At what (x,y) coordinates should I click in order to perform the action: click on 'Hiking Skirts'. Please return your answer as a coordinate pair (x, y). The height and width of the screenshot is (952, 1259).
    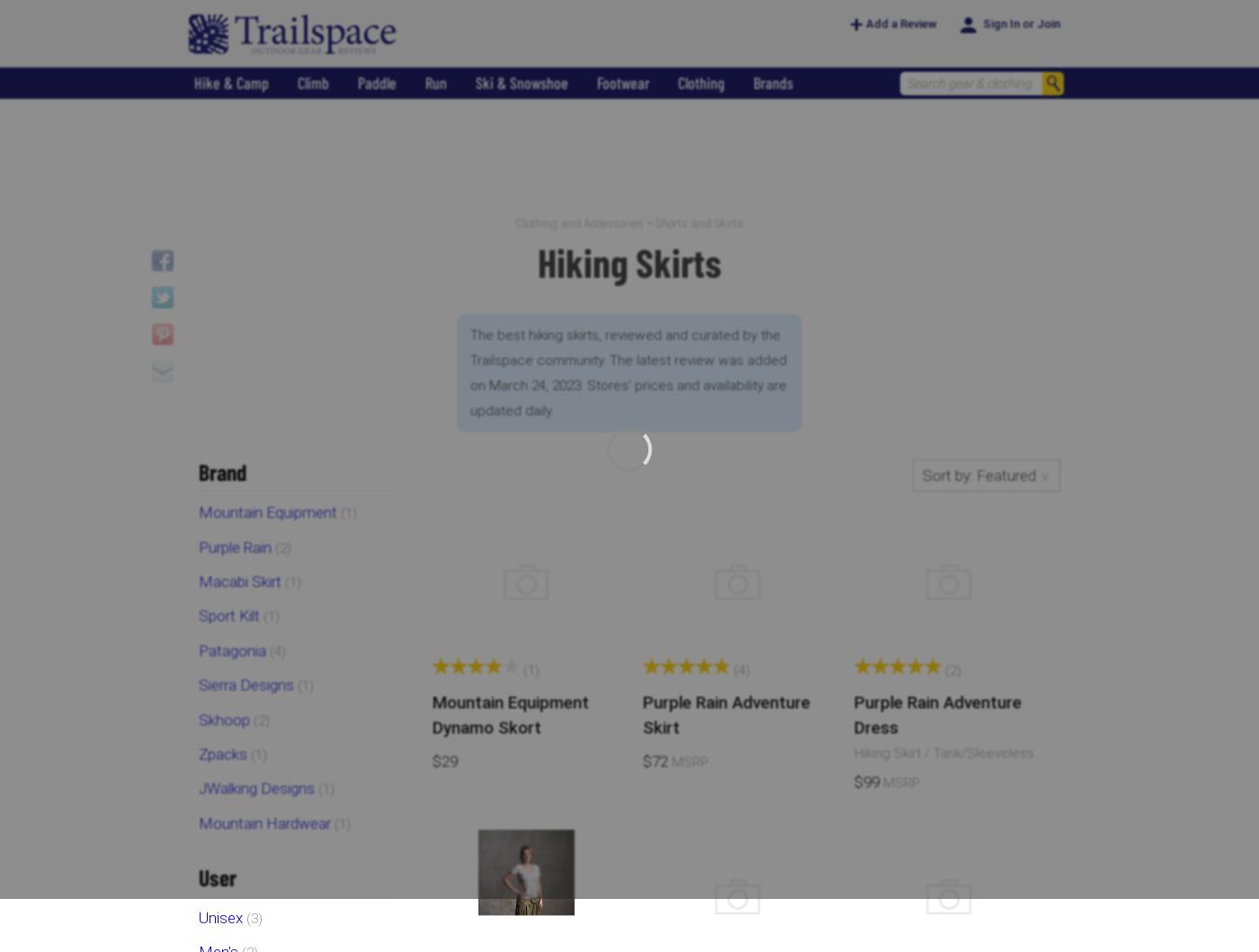
    Looking at the image, I should click on (629, 262).